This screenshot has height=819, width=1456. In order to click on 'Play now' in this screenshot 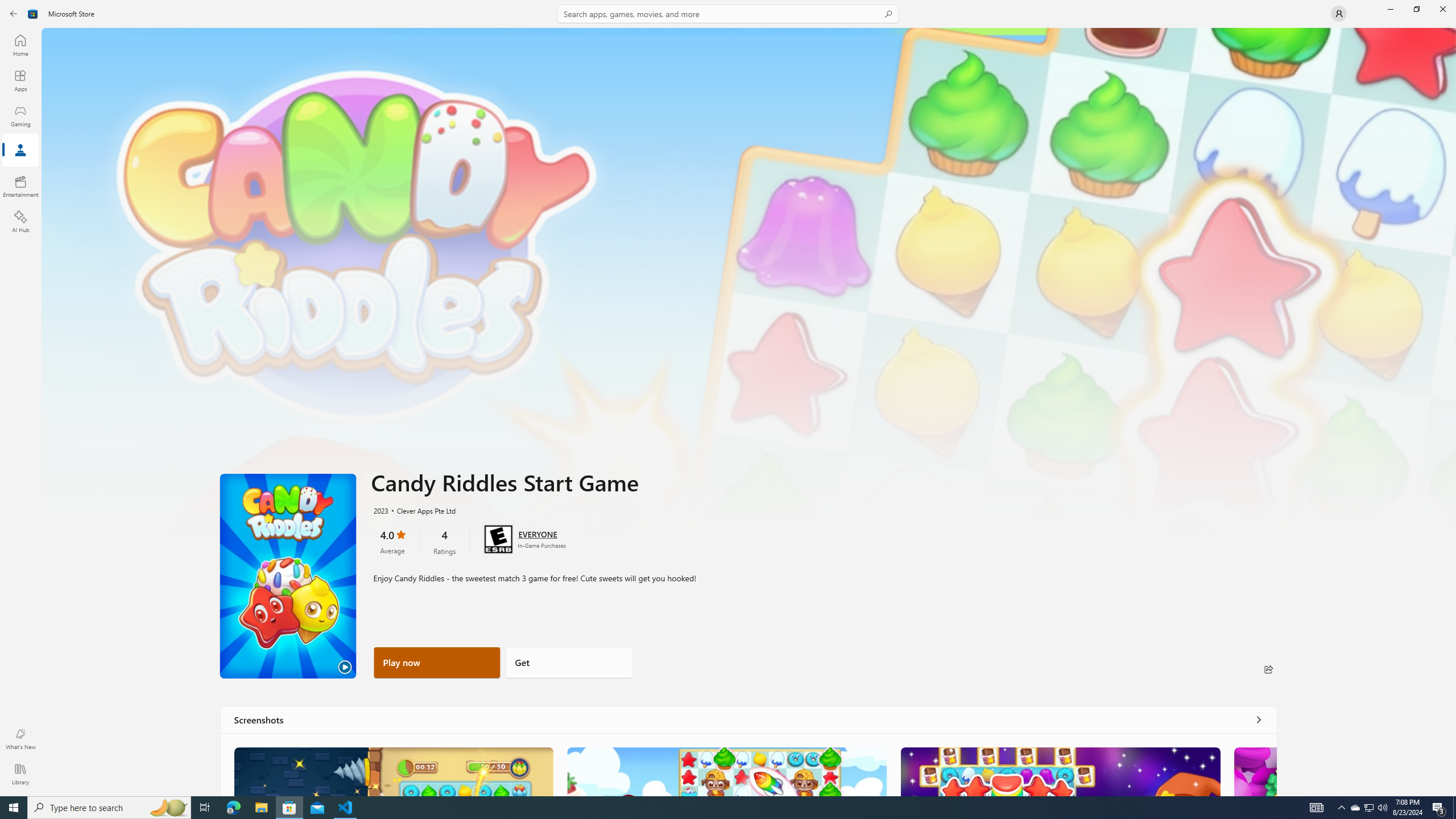, I will do `click(436, 662)`.